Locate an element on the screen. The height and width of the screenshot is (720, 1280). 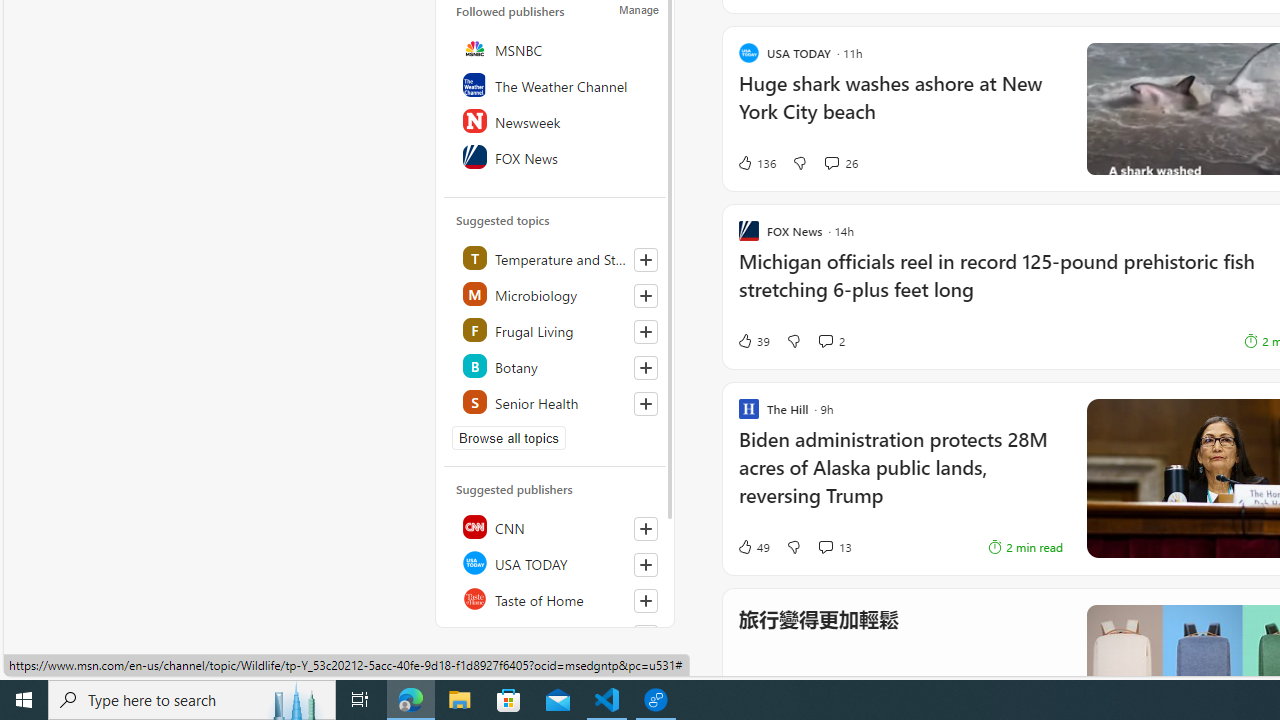
'Manage' is located at coordinates (638, 10).